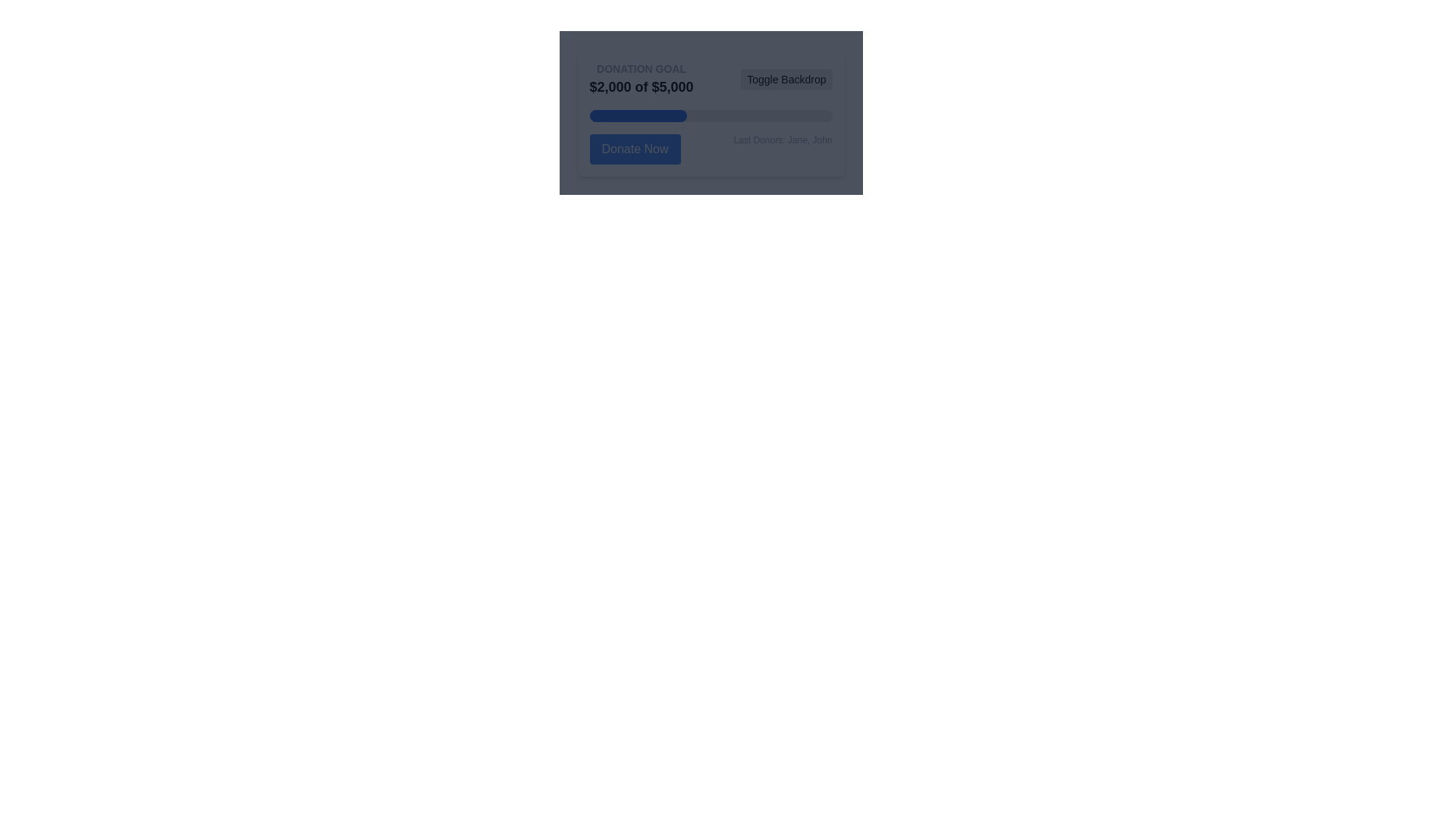 The width and height of the screenshot is (1456, 819). I want to click on the monetary progress comparison text label displaying '$2,000 of $5,000', located below the 'Donation Goal' title, so click(642, 87).